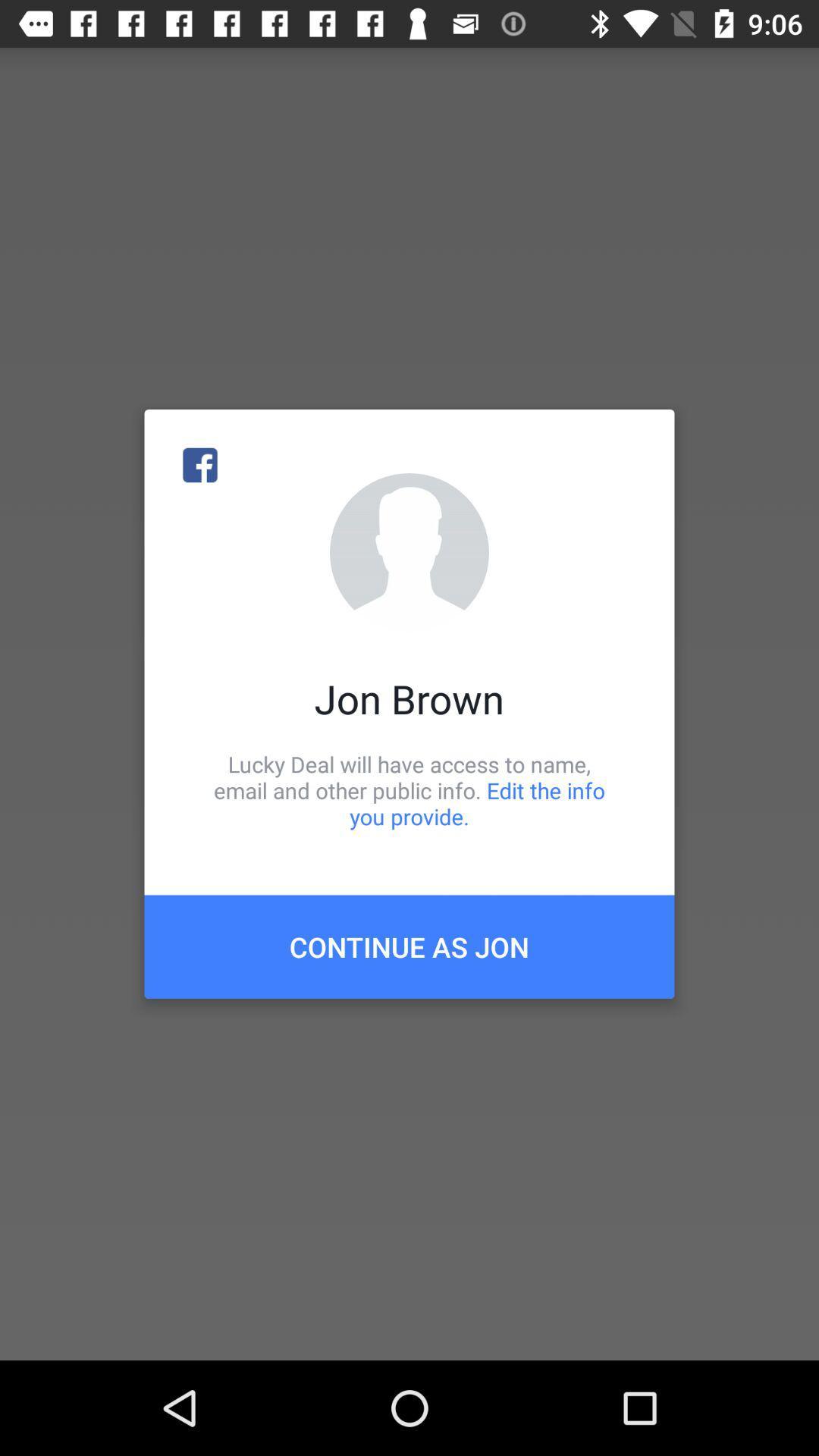  Describe the element at coordinates (409, 946) in the screenshot. I see `item below the lucky deal will icon` at that location.